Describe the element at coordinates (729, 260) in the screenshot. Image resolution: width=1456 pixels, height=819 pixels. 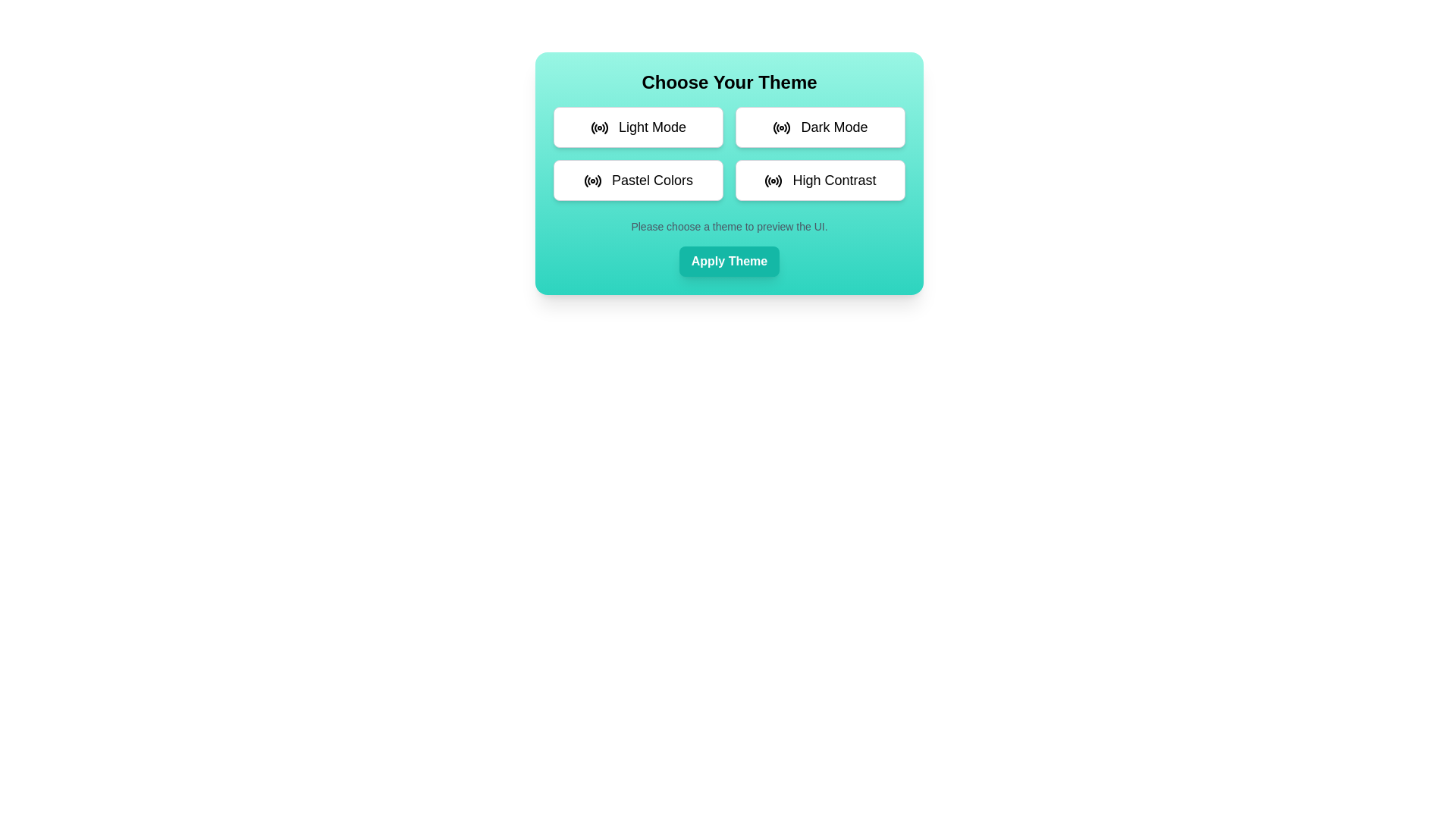
I see `the teal 'Apply Theme' button with rounded corners and white bold text to apply the selected theme` at that location.